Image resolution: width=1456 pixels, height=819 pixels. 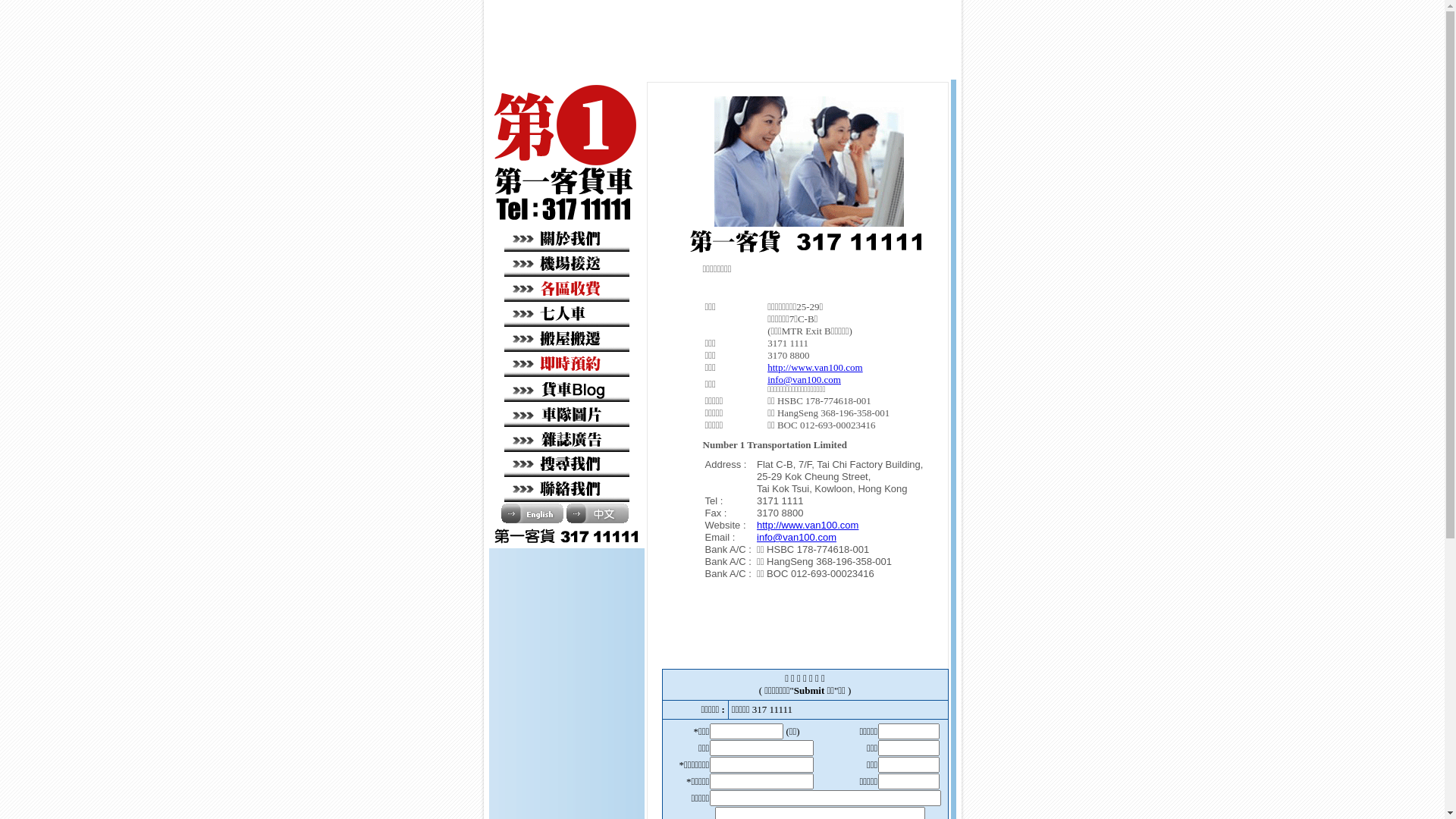 What do you see at coordinates (767, 367) in the screenshot?
I see `'http://www.van100.com'` at bounding box center [767, 367].